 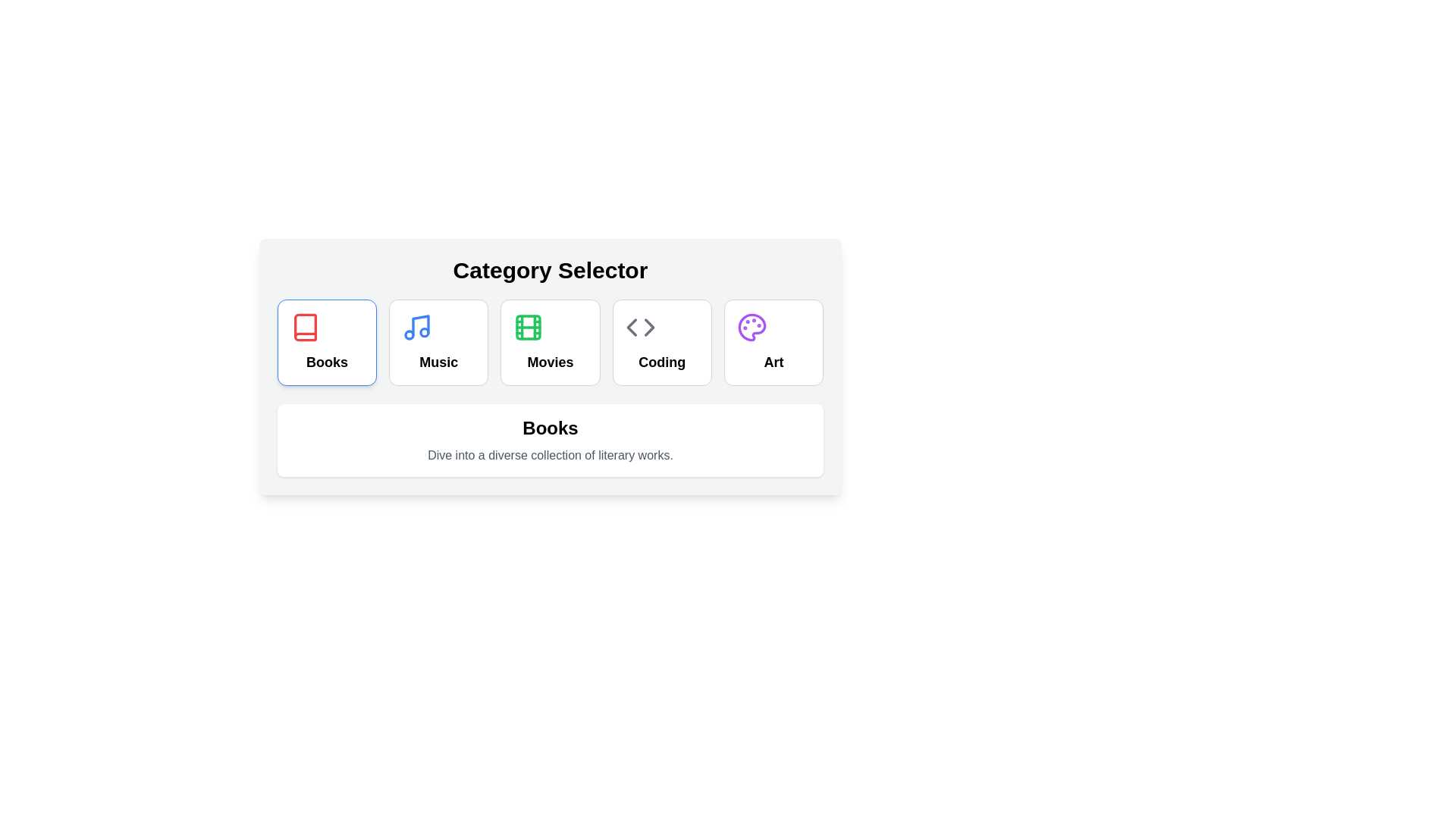 What do you see at coordinates (549, 342) in the screenshot?
I see `the 'Movies' category button` at bounding box center [549, 342].